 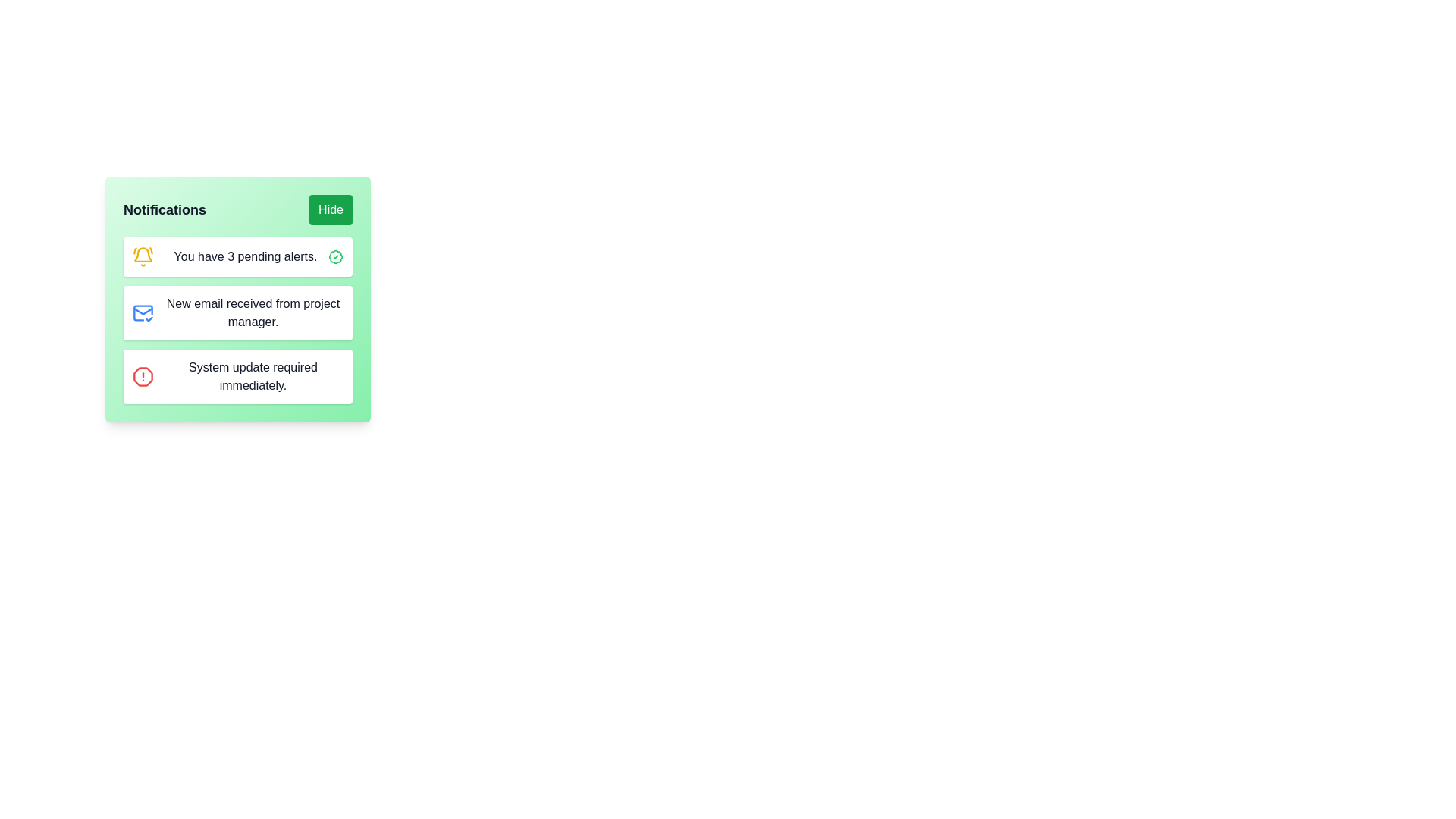 What do you see at coordinates (253, 376) in the screenshot?
I see `the text element displaying 'System update required immediately.' in the notification panel, which is the third item in the list` at bounding box center [253, 376].